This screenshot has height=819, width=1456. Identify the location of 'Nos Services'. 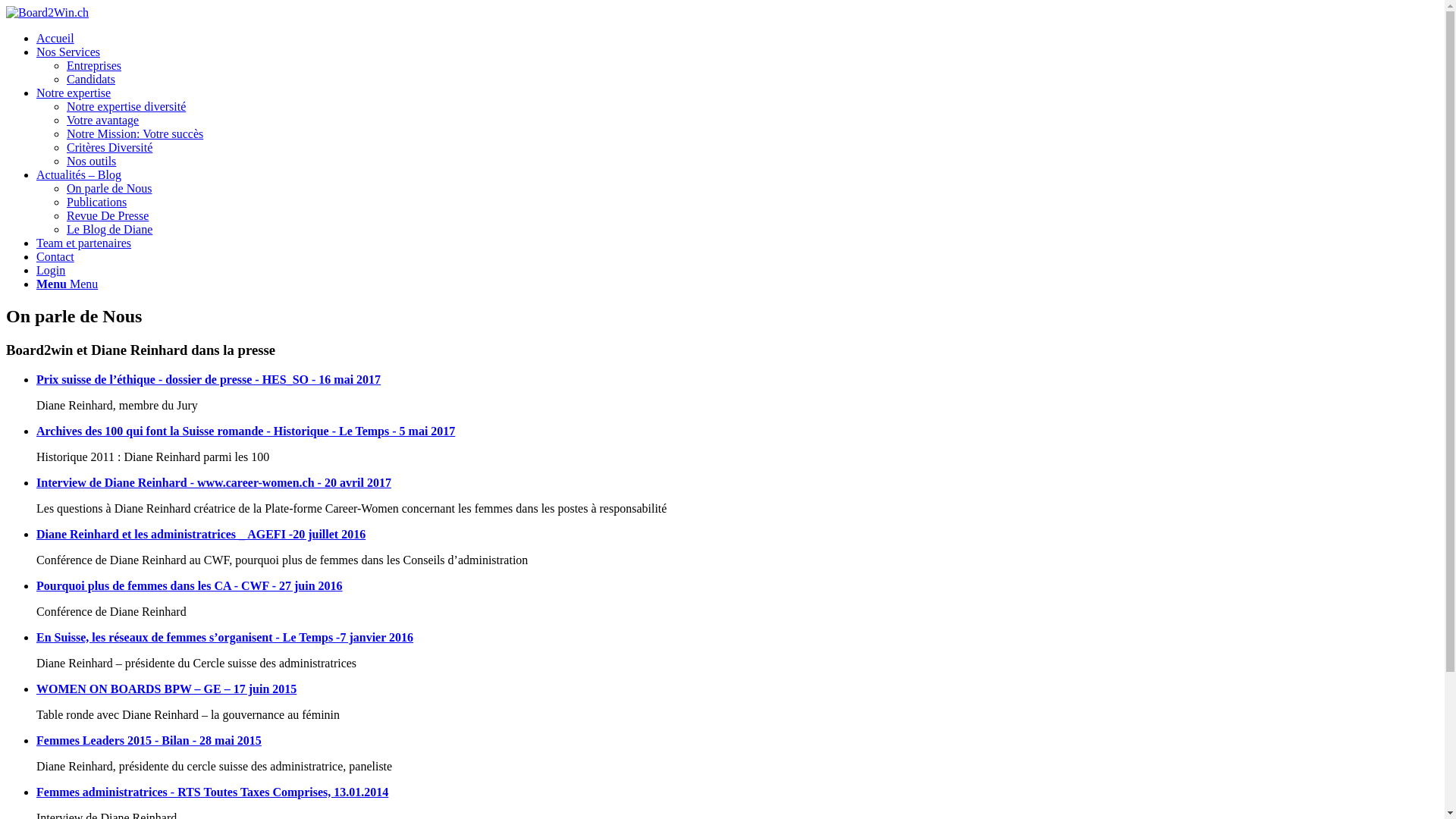
(67, 51).